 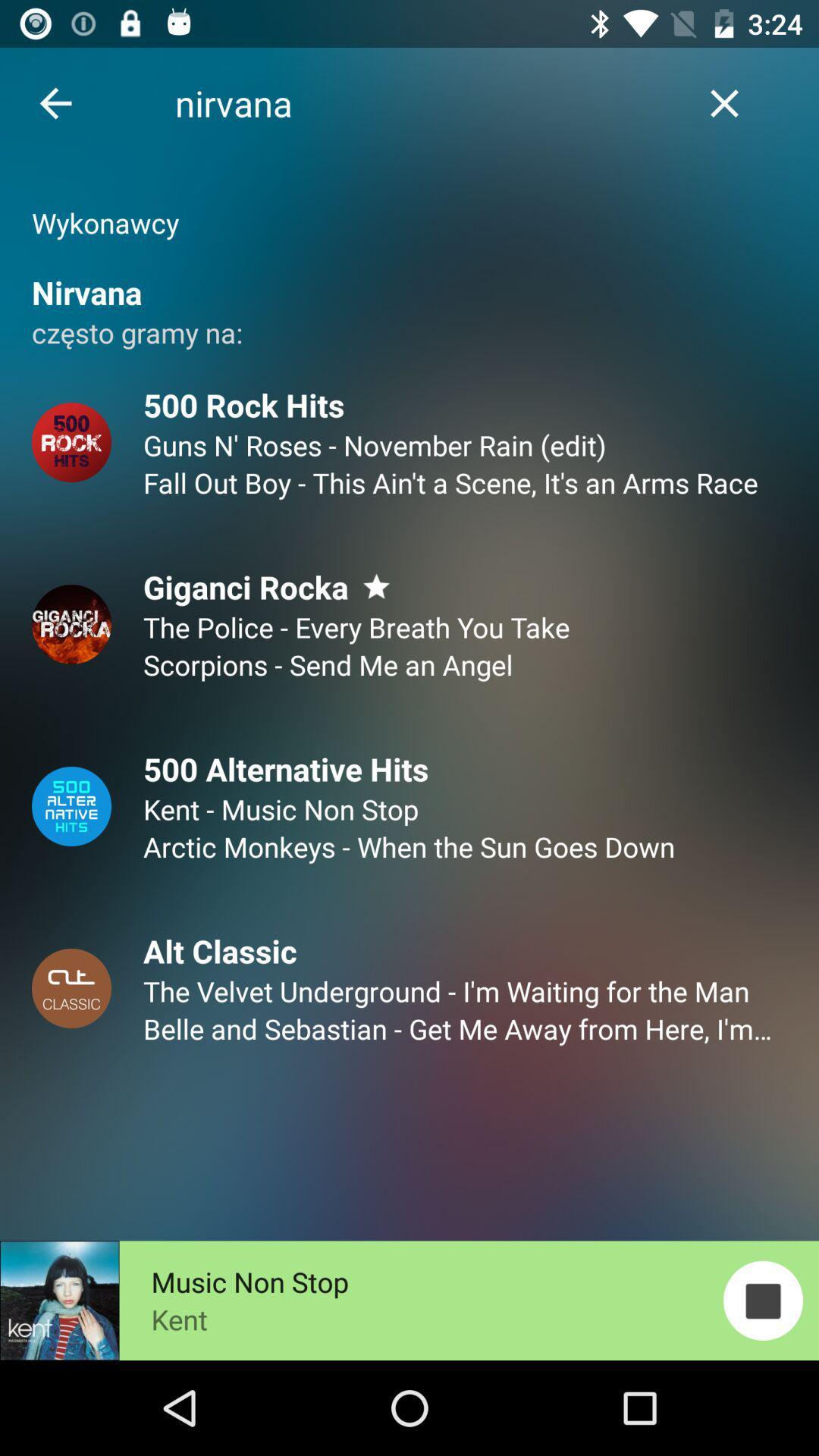 What do you see at coordinates (723, 102) in the screenshot?
I see `item above wykonawcy item` at bounding box center [723, 102].